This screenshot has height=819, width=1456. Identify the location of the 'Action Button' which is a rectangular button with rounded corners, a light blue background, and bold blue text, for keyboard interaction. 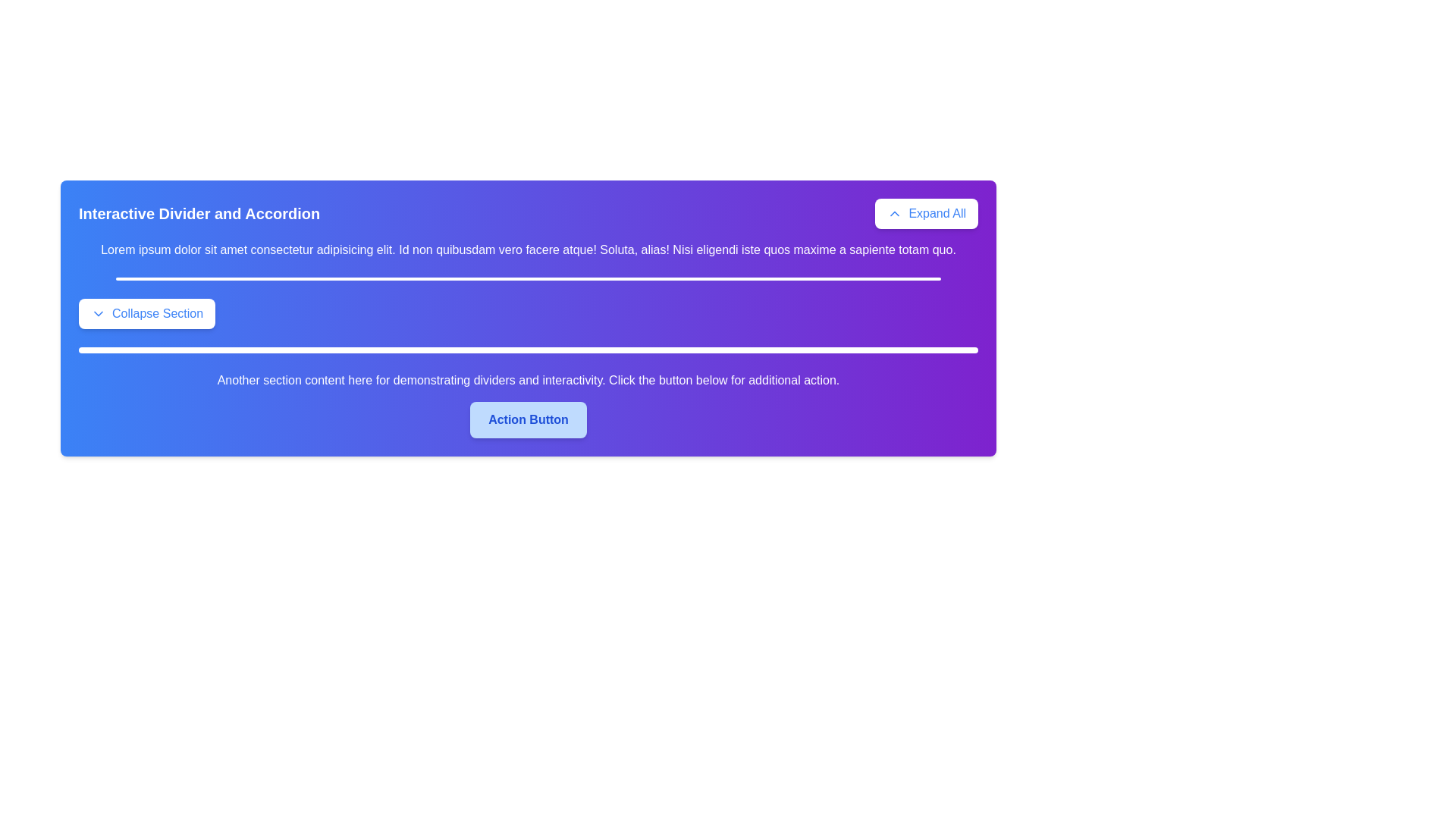
(528, 420).